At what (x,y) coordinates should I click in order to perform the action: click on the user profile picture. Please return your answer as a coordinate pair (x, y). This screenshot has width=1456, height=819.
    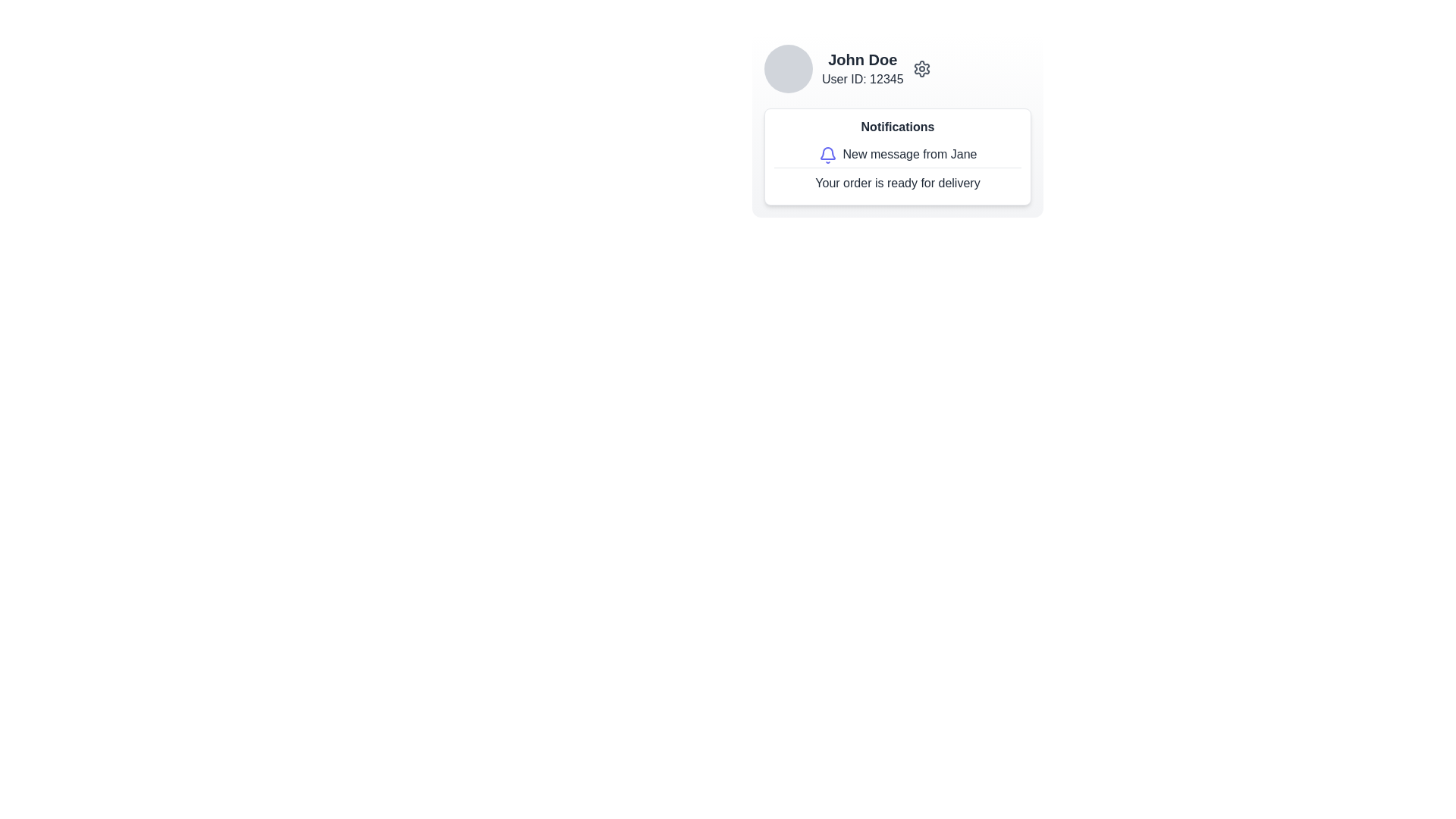
    Looking at the image, I should click on (789, 69).